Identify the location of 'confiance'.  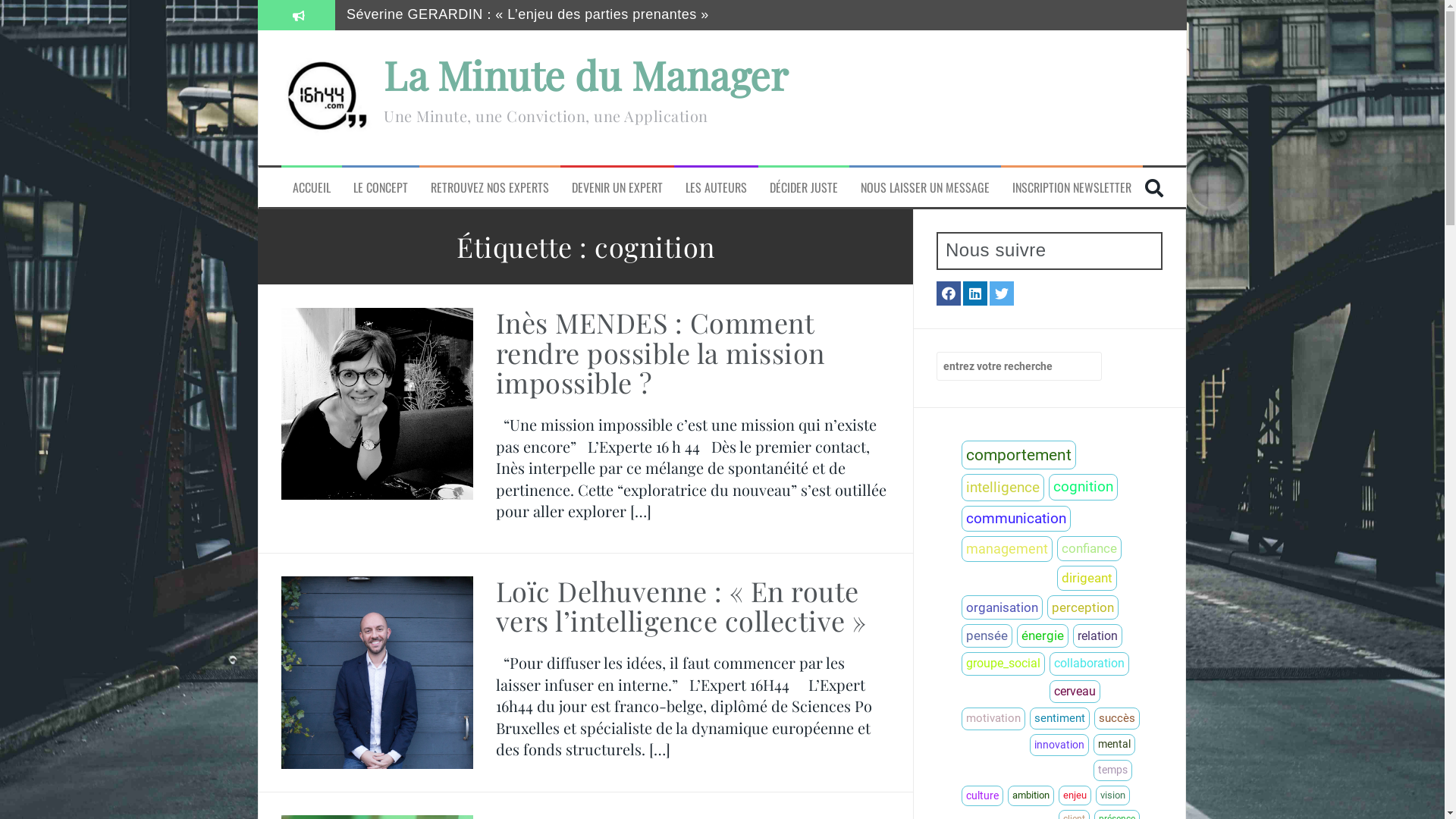
(1088, 548).